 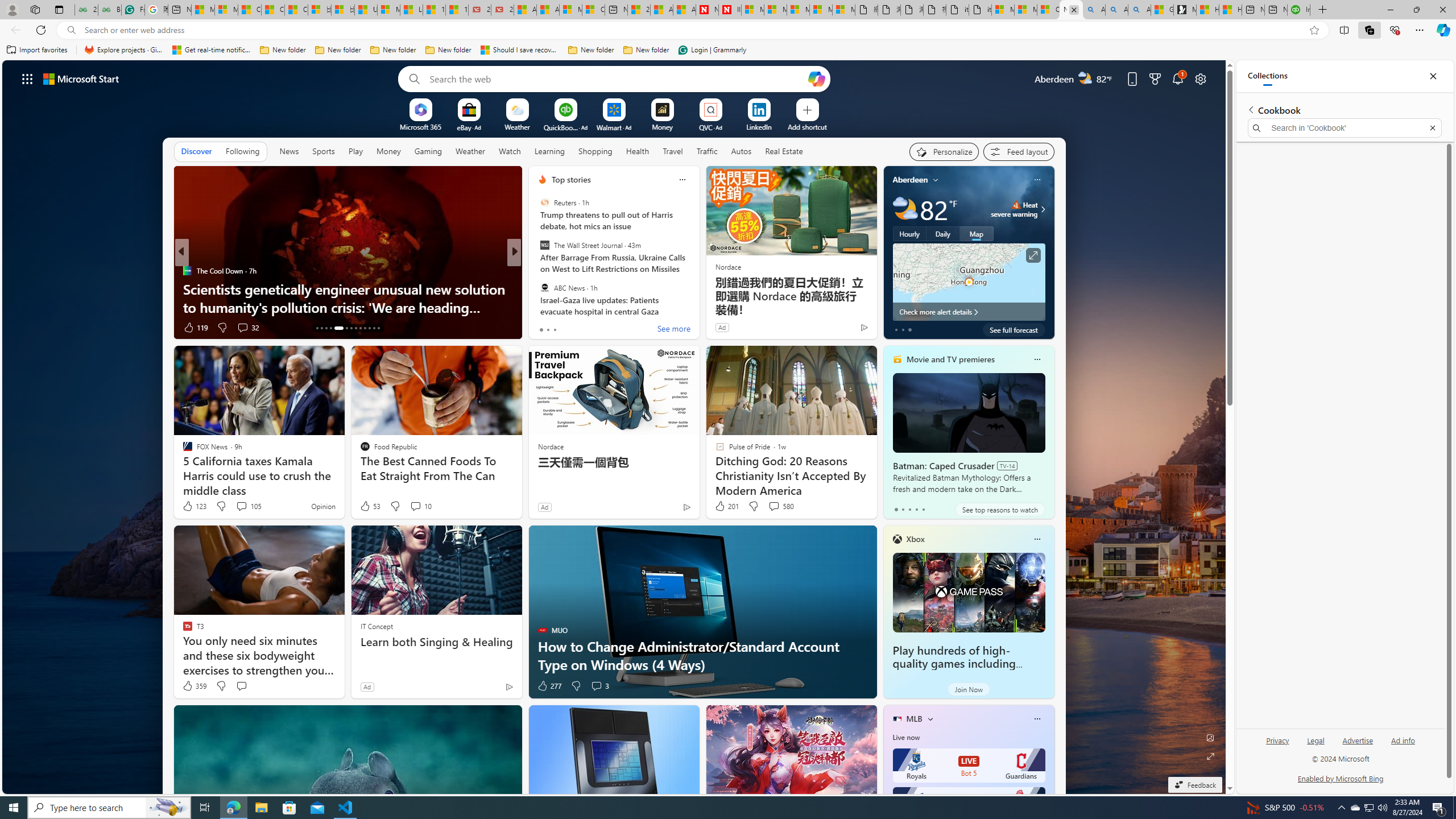 I want to click on 'Exit search', so click(x=1433, y=127).